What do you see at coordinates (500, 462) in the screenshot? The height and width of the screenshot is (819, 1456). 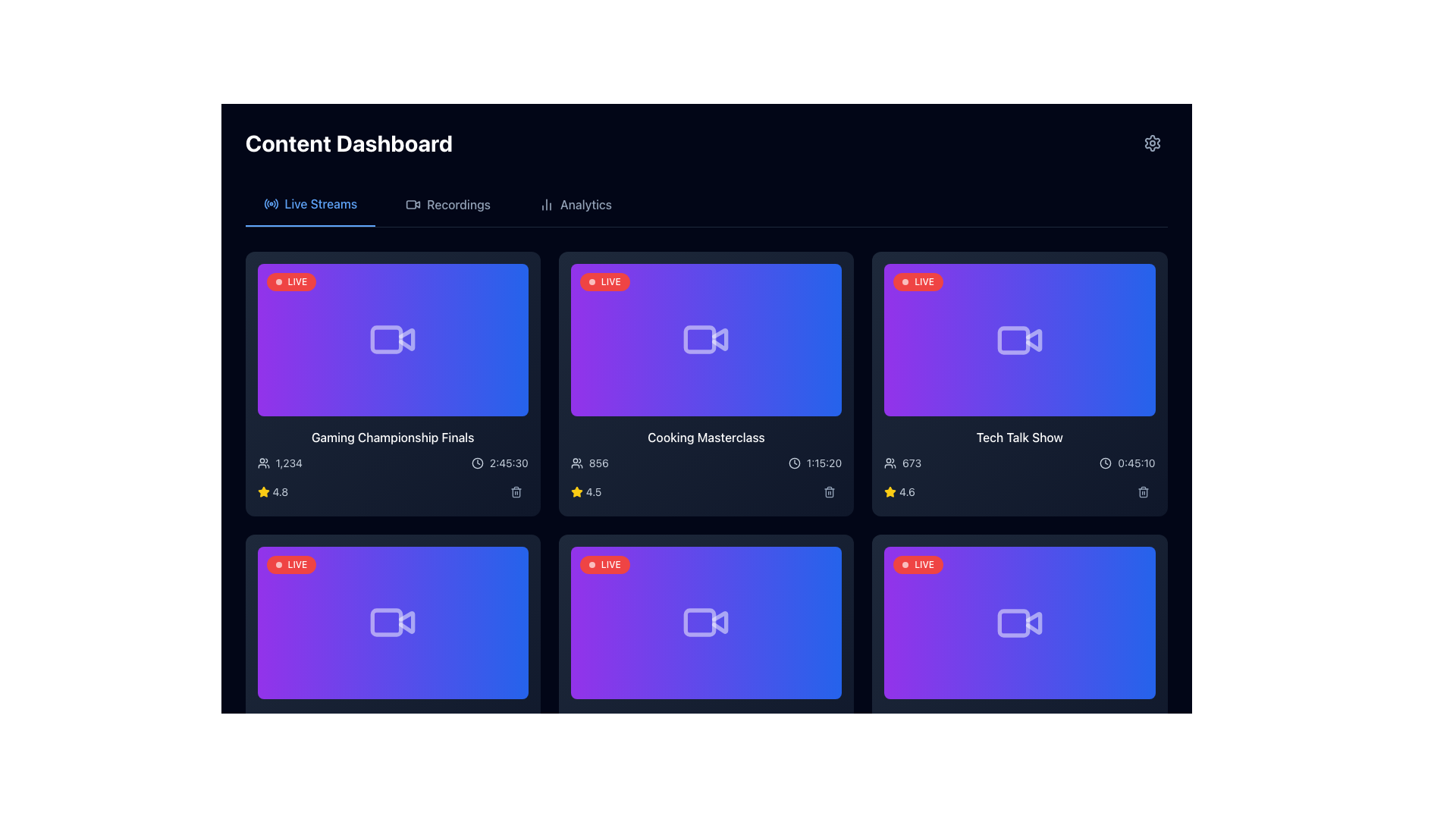 I see `the Time display element showing '2:45:30' with a clock icon in the bottom-right corner of the 'Gaming Championship Finals' card` at bounding box center [500, 462].